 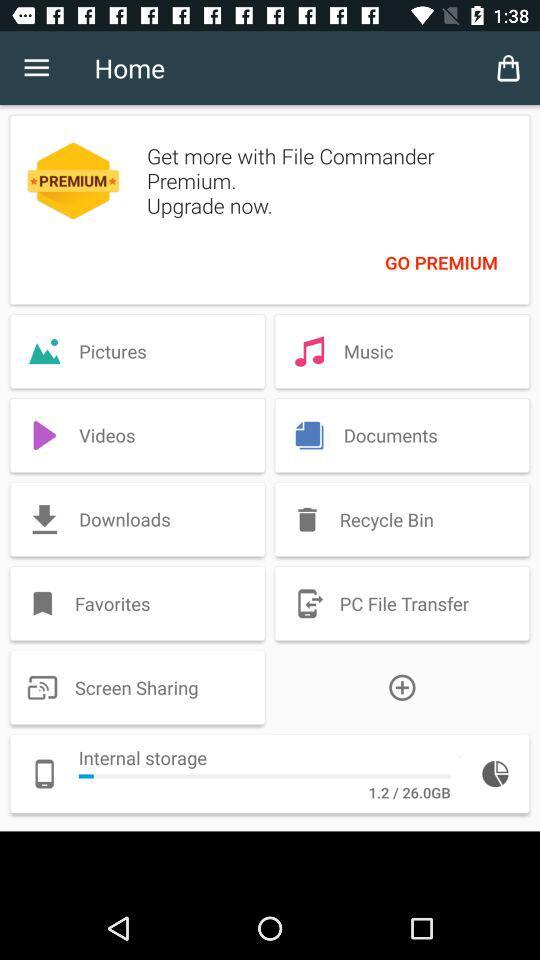 I want to click on the icon above the go premium icon, so click(x=508, y=68).